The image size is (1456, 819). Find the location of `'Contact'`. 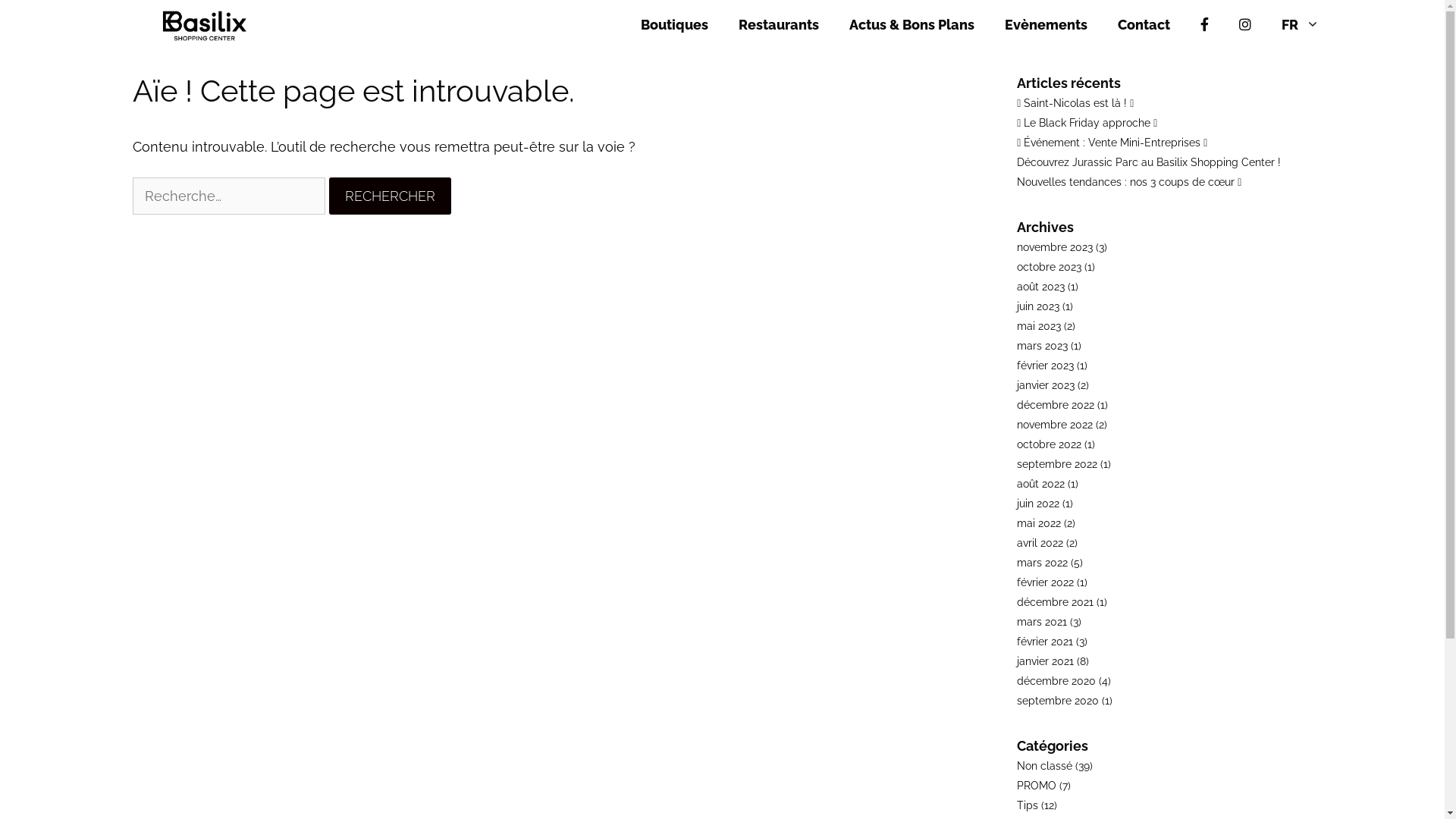

'Contact' is located at coordinates (1103, 25).